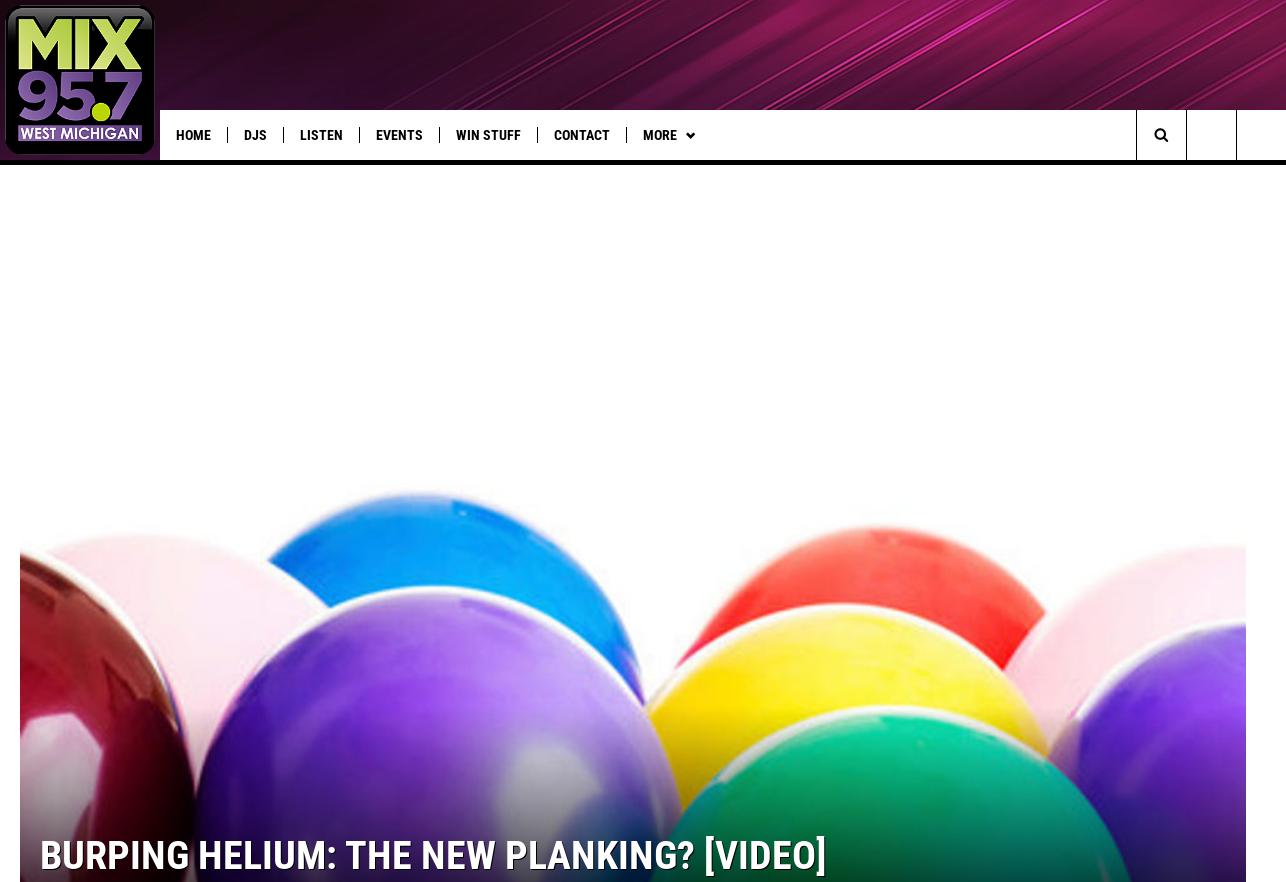  I want to click on 'Events', so click(398, 135).